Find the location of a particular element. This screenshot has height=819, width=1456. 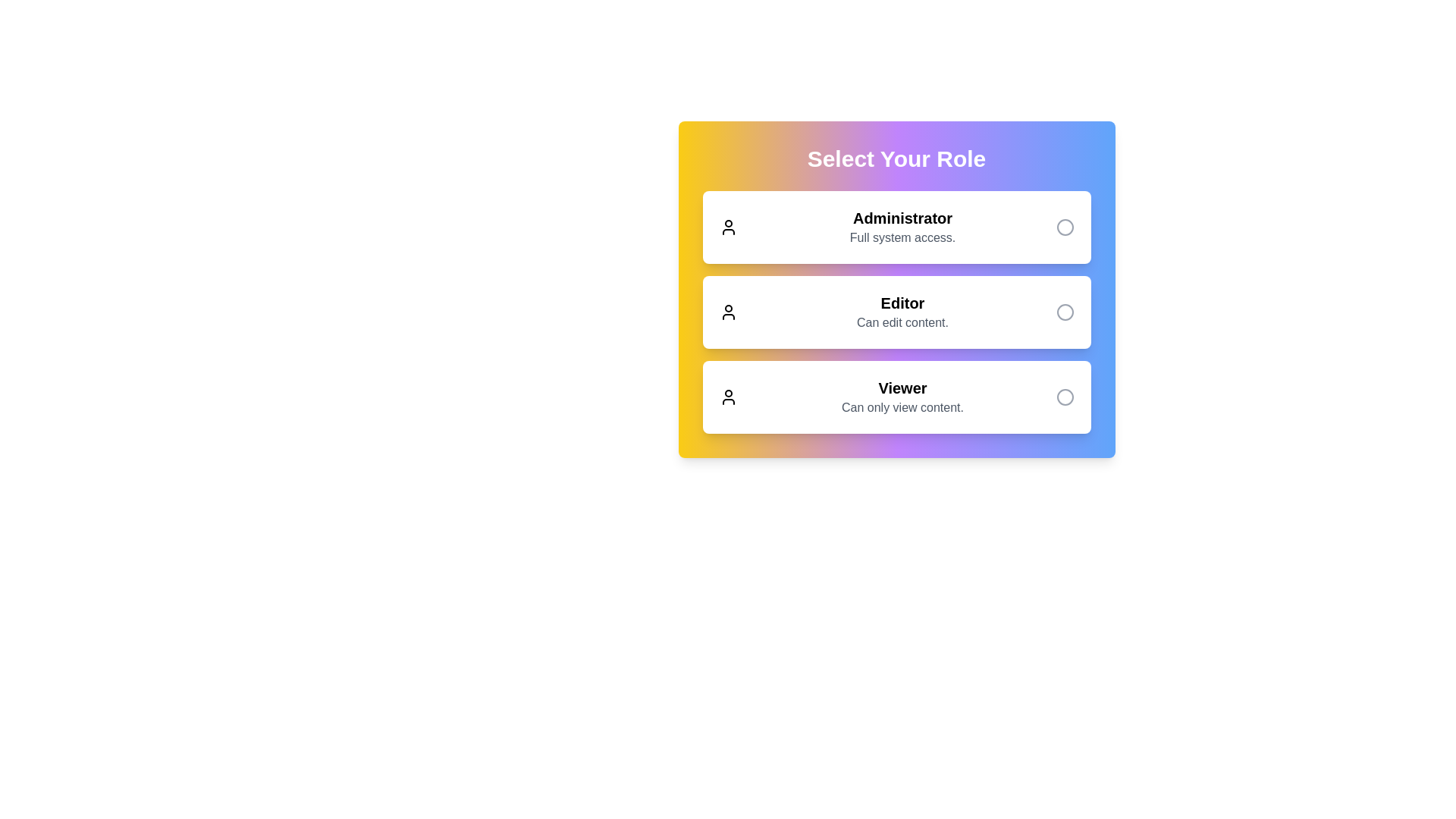

the unselected Radio button located within the 'Viewer' option box, which is the third option in a vertical list of three options labeled 'Administrator,' 'Editor,' and 'Viewer.' is located at coordinates (1064, 397).